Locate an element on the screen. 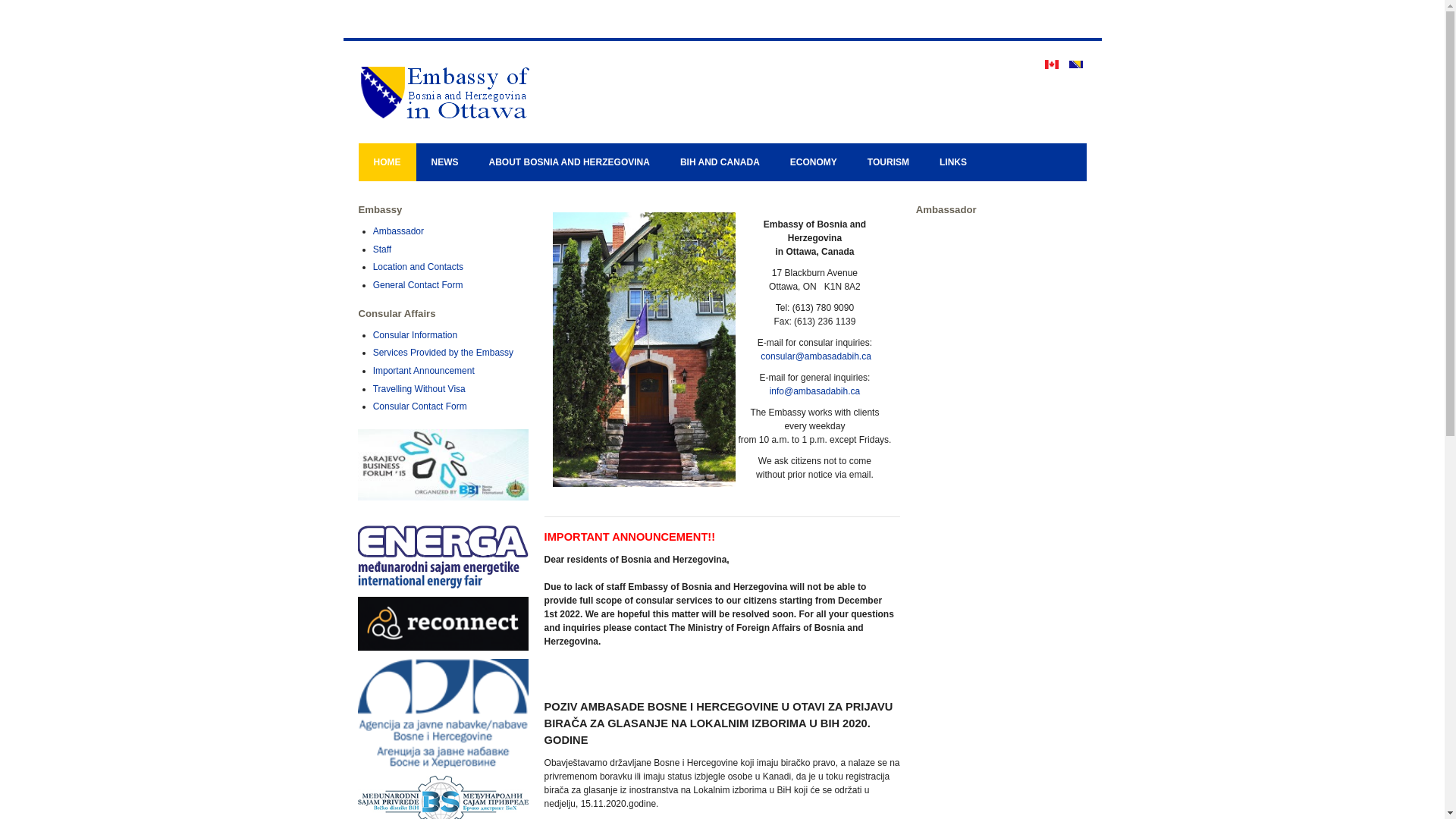 This screenshot has width=1456, height=819. 'Bosanski (BS)' is located at coordinates (1075, 63).